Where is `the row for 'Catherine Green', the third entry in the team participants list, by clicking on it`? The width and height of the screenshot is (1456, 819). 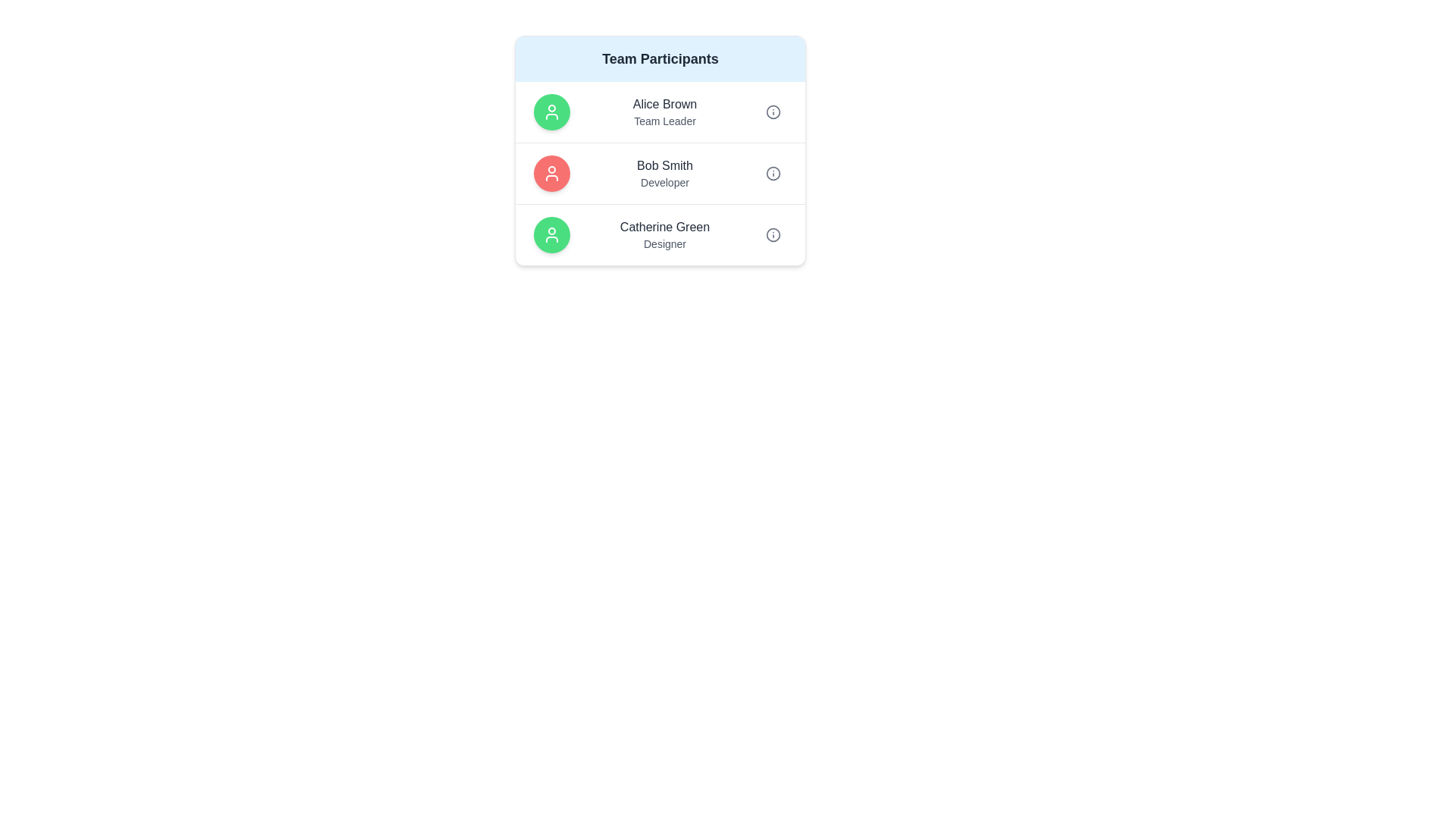
the row for 'Catherine Green', the third entry in the team participants list, by clicking on it is located at coordinates (660, 234).